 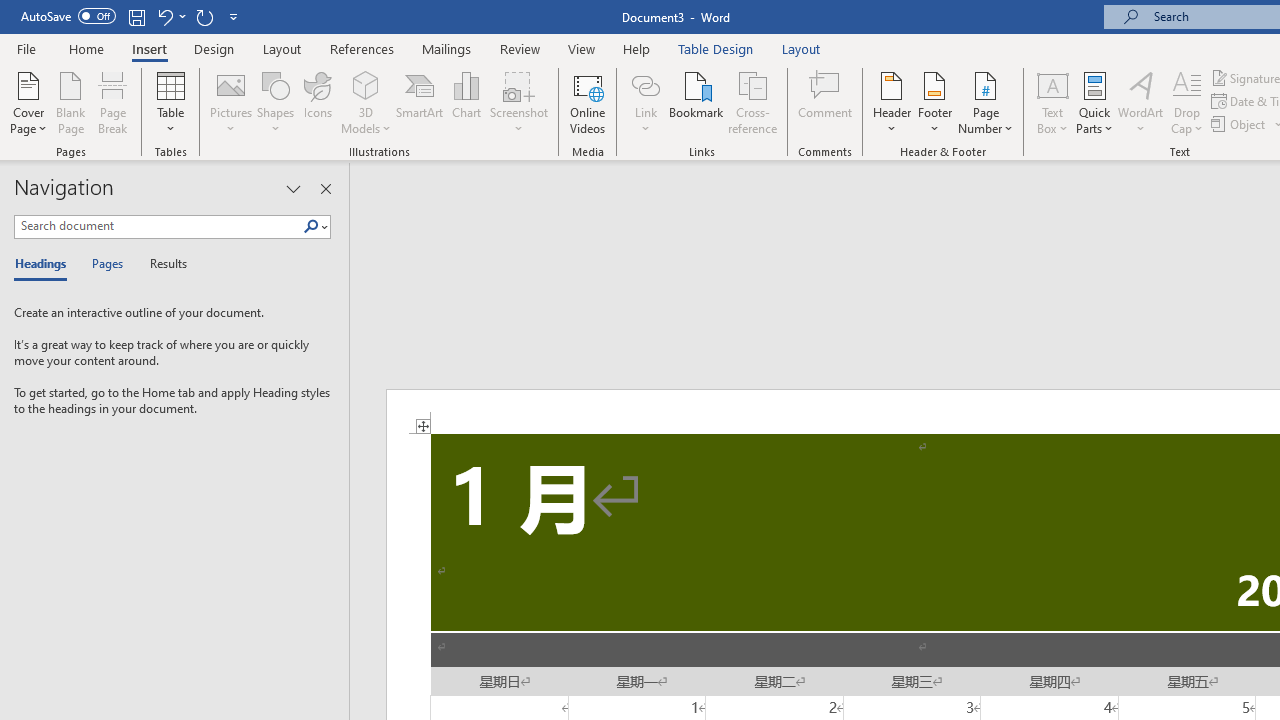 I want to click on 'Bookmark...', so click(x=696, y=103).